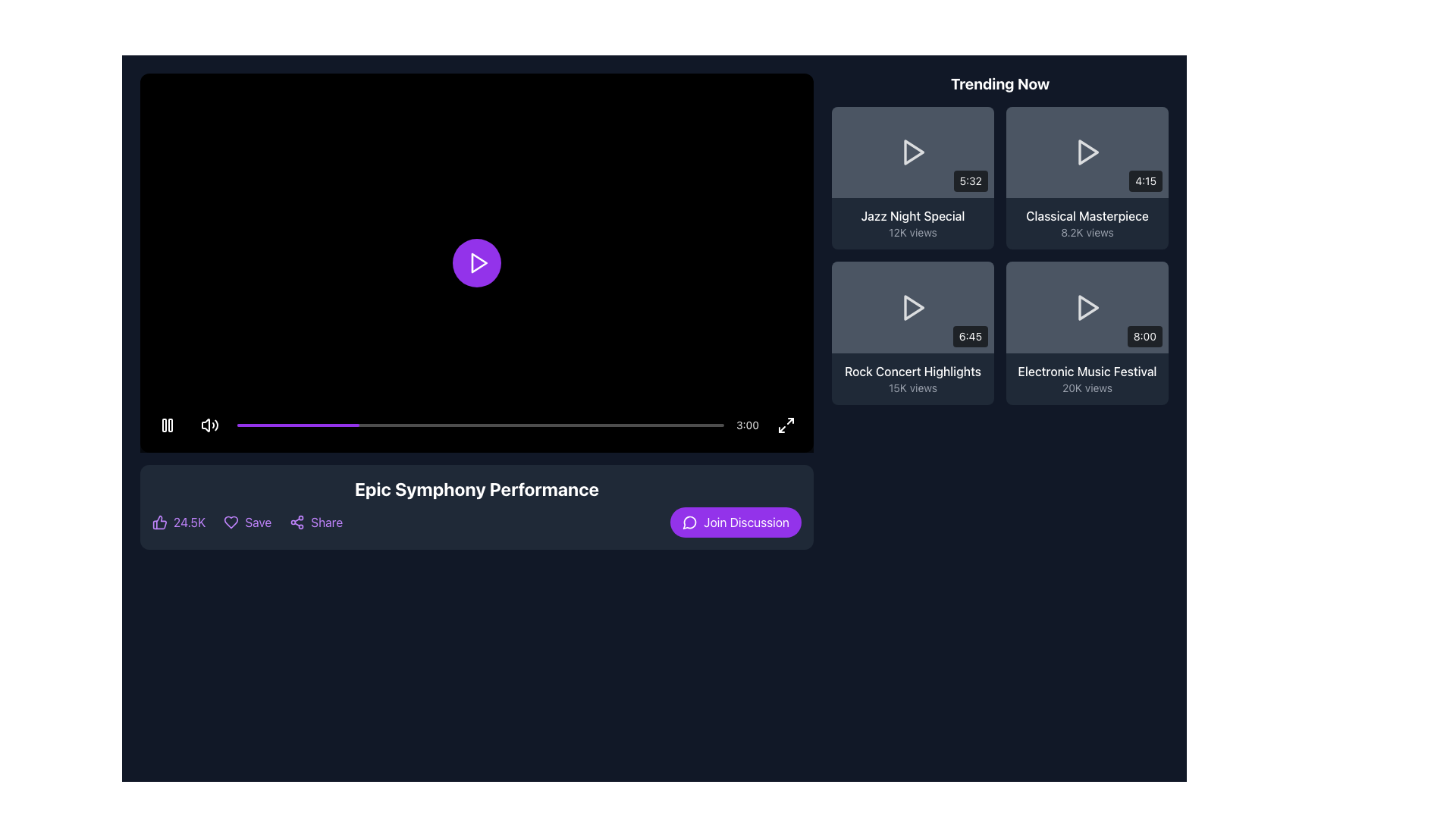  Describe the element at coordinates (912, 377) in the screenshot. I see `the Informational text block displaying the video titled 'Rock Concert Highlights'` at that location.